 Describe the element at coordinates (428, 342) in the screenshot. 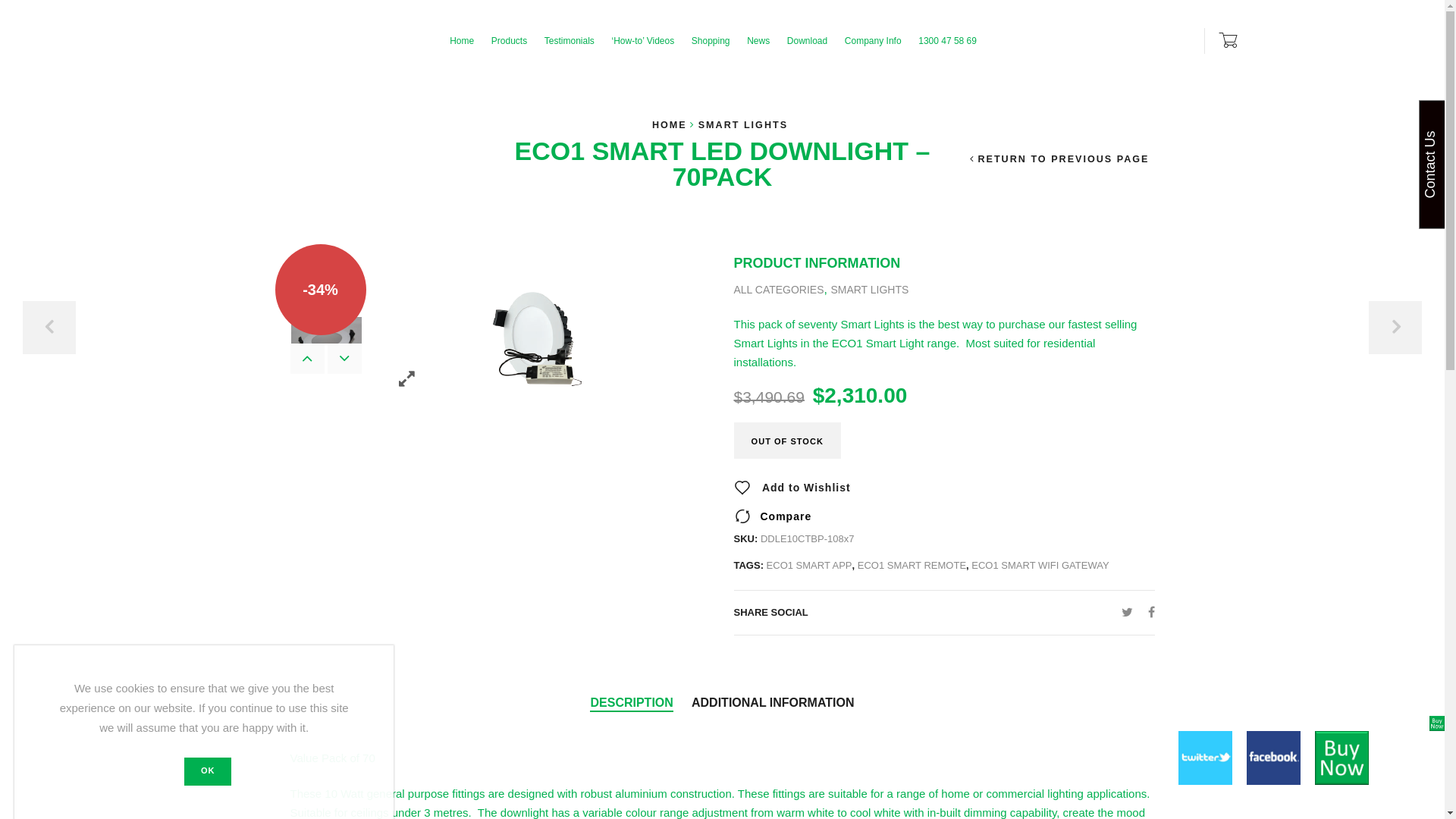

I see `'G-Smart Pg2 Products DDLE10'` at that location.